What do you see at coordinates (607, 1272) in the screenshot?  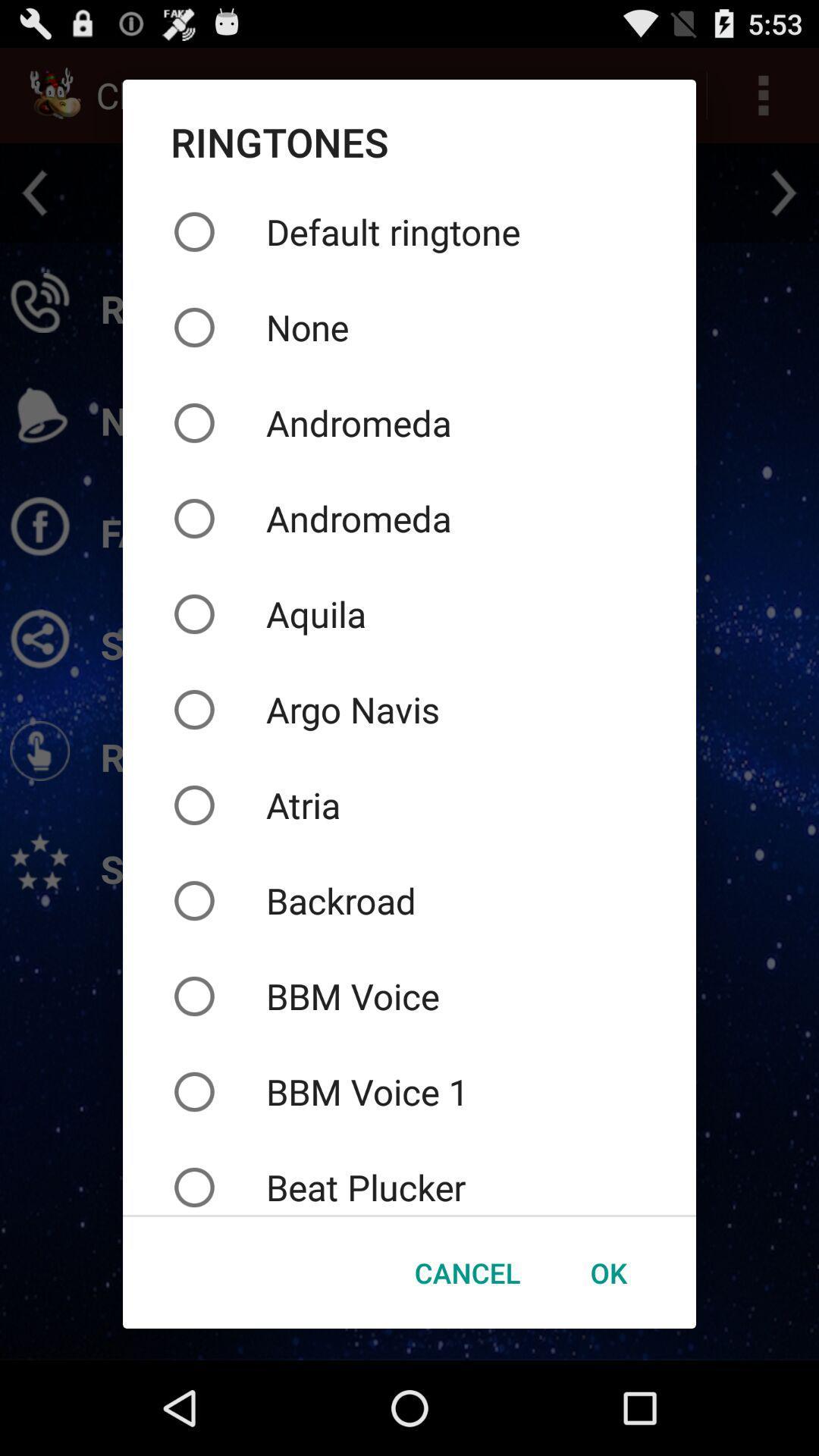 I see `the icon below beat plucker icon` at bounding box center [607, 1272].